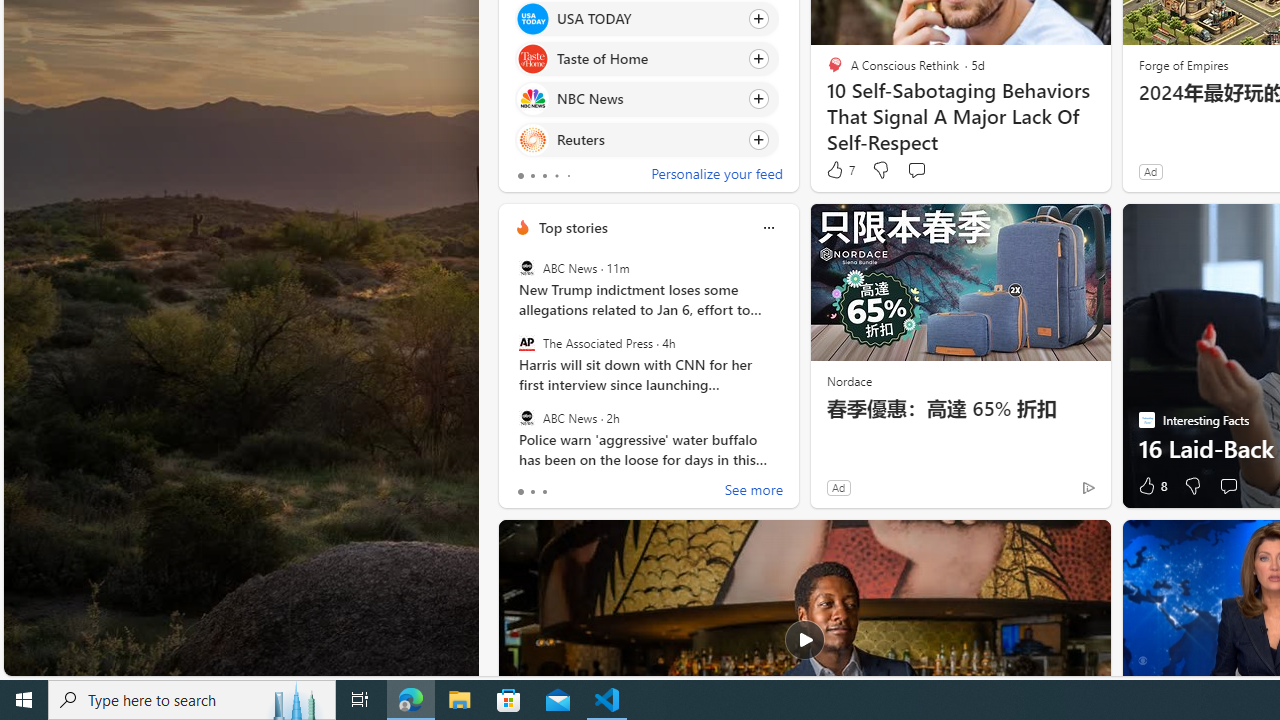 Image resolution: width=1280 pixels, height=720 pixels. What do you see at coordinates (838, 487) in the screenshot?
I see `'Ad'` at bounding box center [838, 487].